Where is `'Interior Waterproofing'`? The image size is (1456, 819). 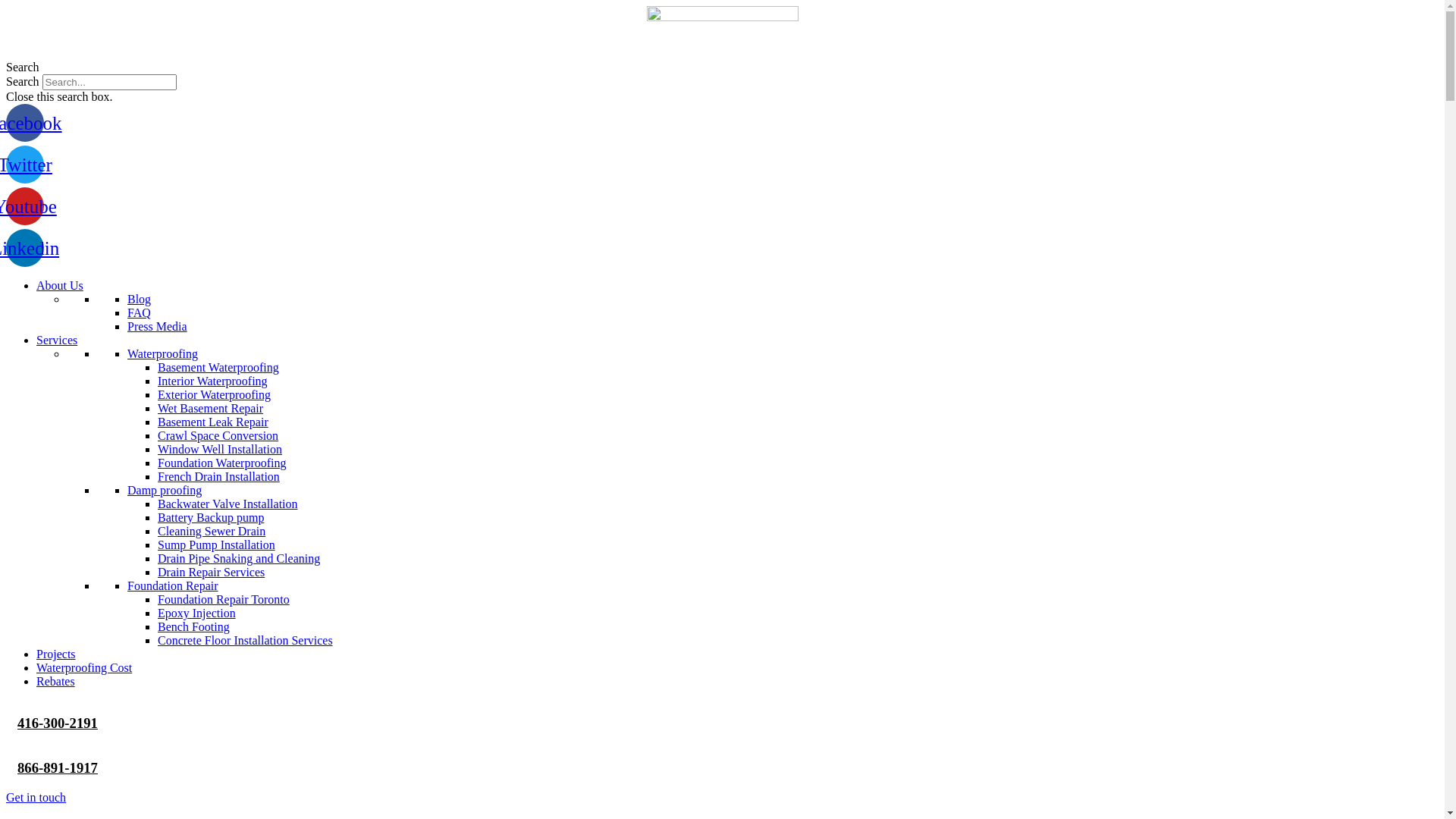 'Interior Waterproofing' is located at coordinates (212, 380).